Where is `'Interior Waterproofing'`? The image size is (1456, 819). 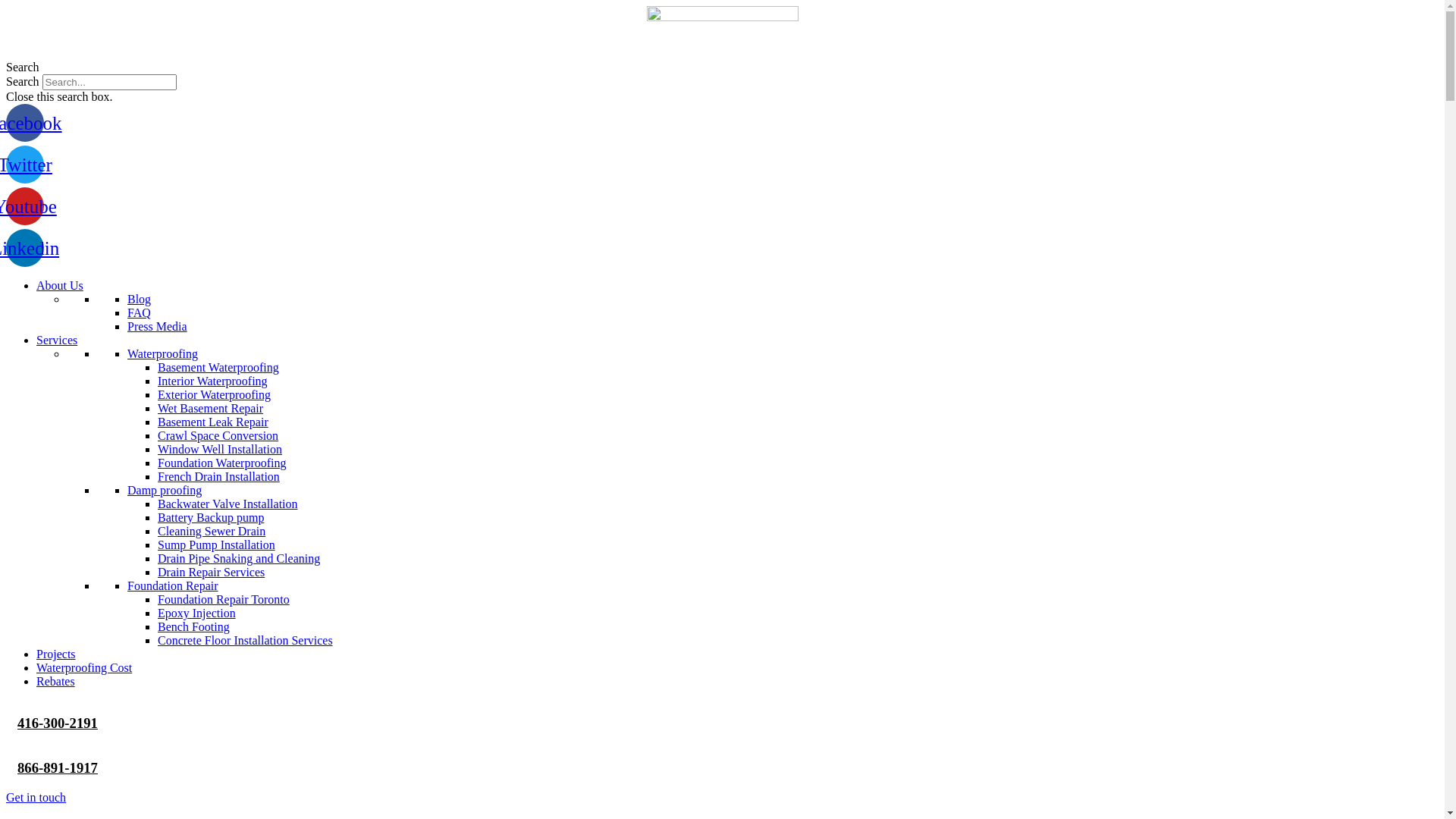 'Interior Waterproofing' is located at coordinates (212, 380).